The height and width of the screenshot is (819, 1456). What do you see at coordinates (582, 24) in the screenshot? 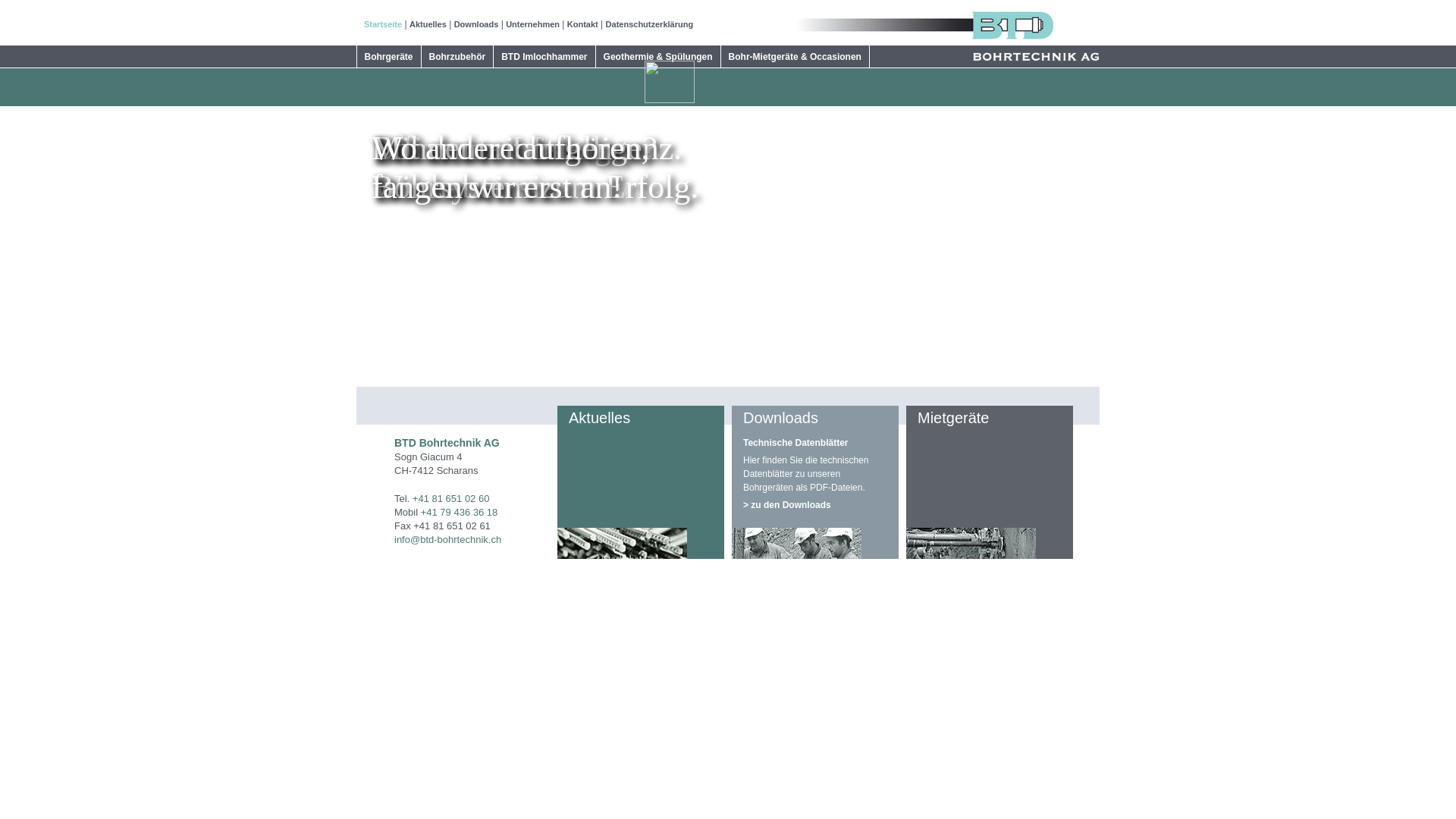
I see `'Kontakt'` at bounding box center [582, 24].